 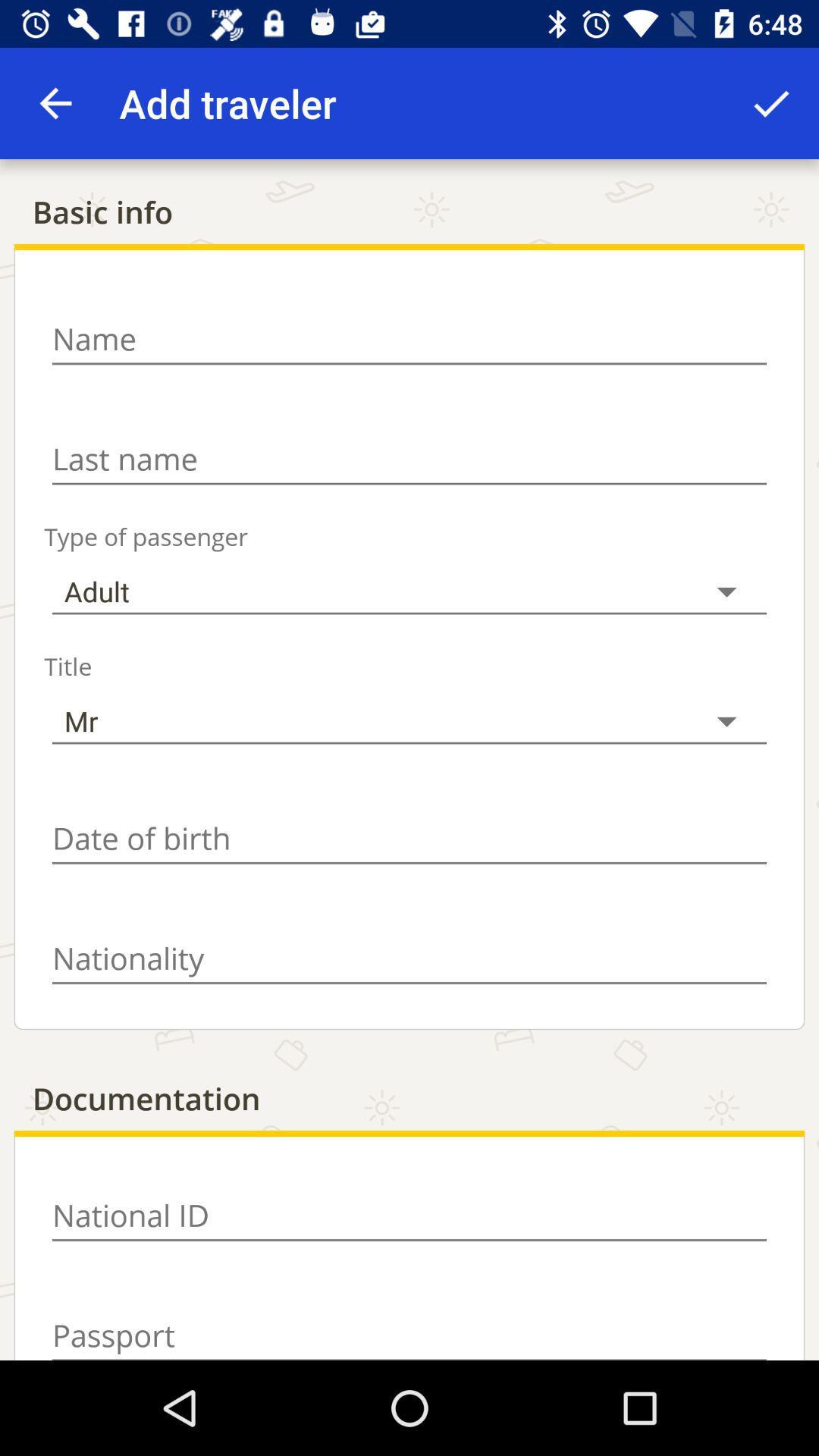 I want to click on nationality, so click(x=409, y=958).